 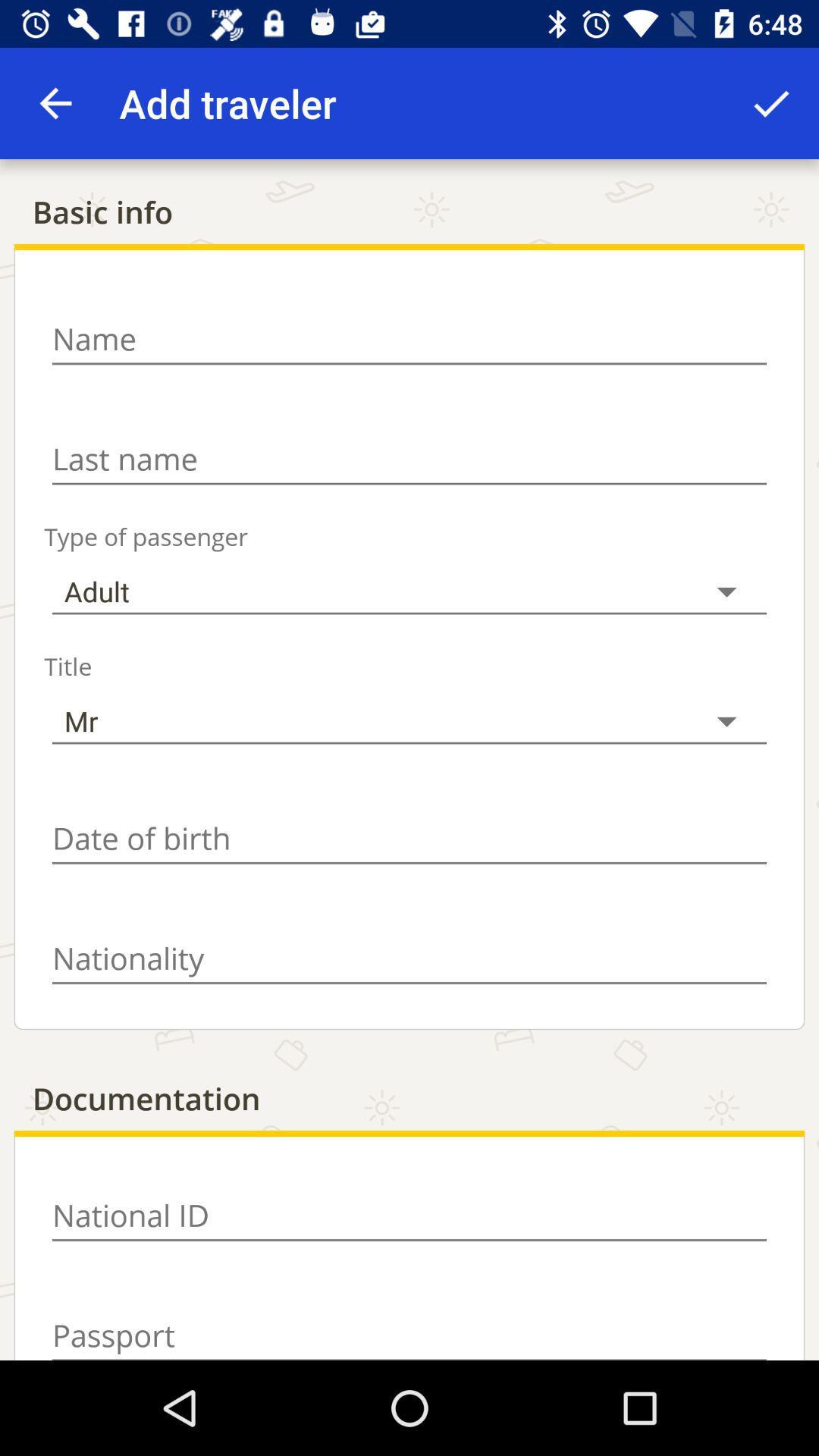 I want to click on nationality, so click(x=409, y=958).